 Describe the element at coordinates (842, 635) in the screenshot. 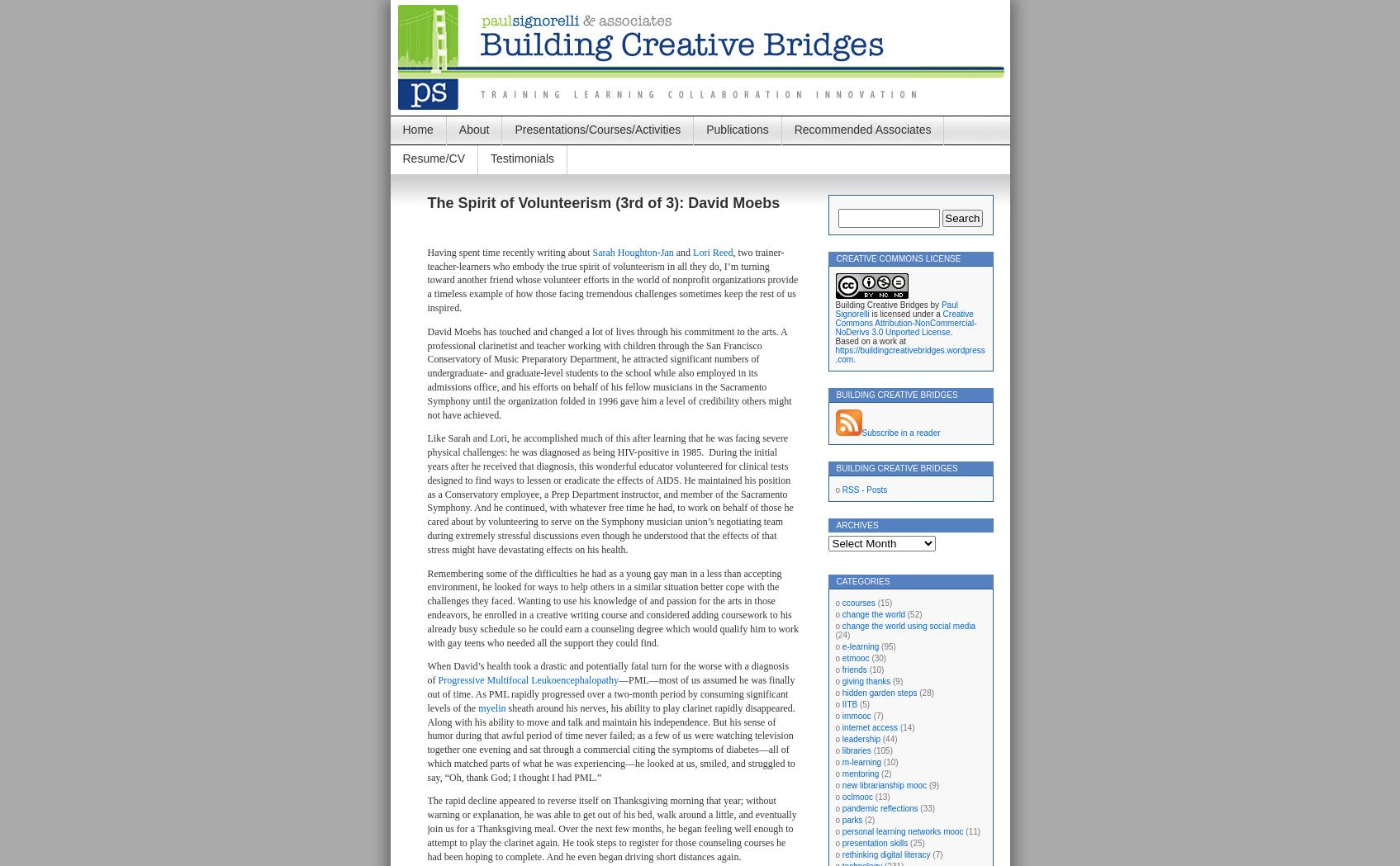

I see `'(24)'` at that location.